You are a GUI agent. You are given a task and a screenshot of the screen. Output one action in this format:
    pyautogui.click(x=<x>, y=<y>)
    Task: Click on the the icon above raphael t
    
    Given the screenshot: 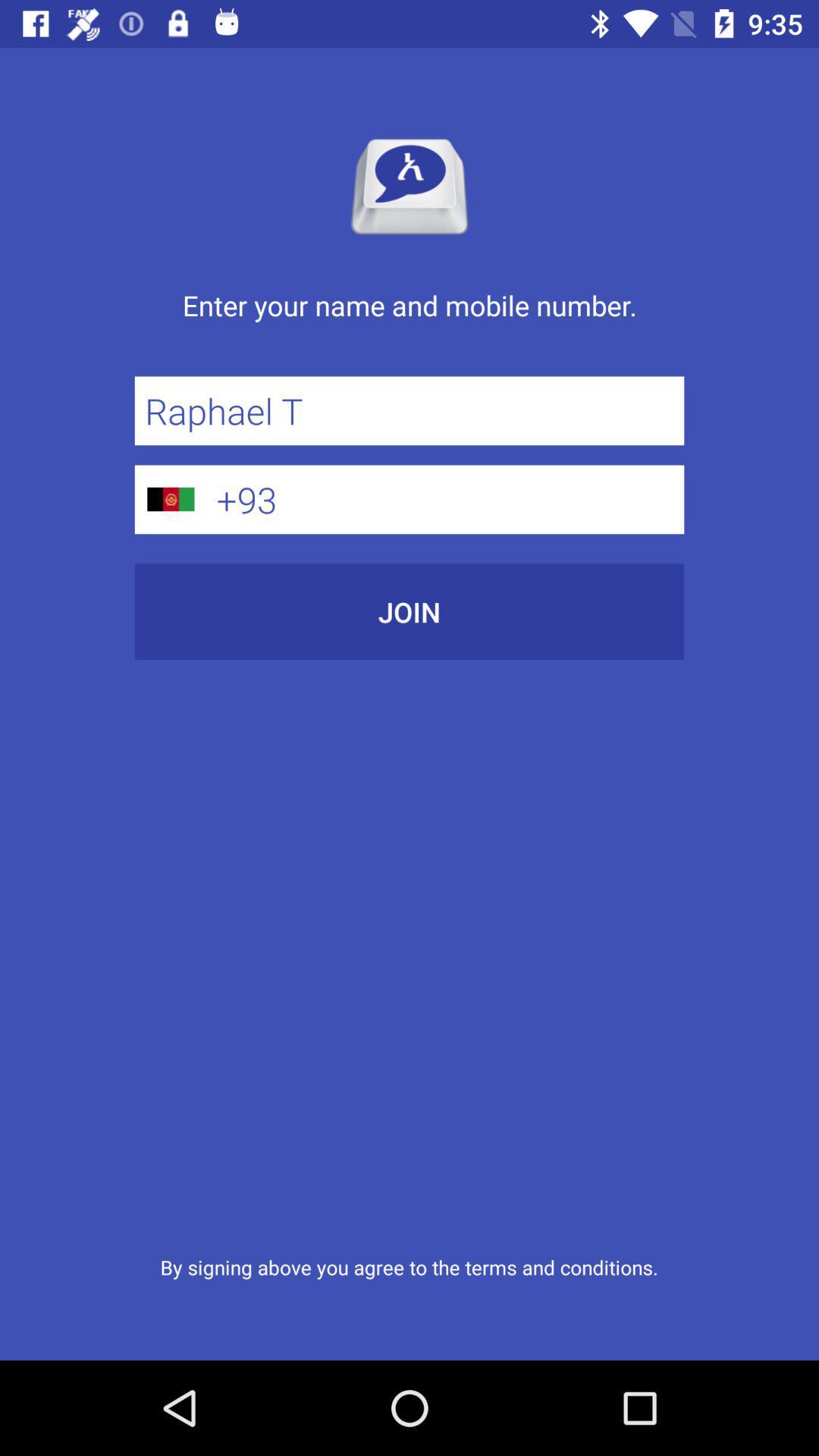 What is the action you would take?
    pyautogui.click(x=409, y=321)
    